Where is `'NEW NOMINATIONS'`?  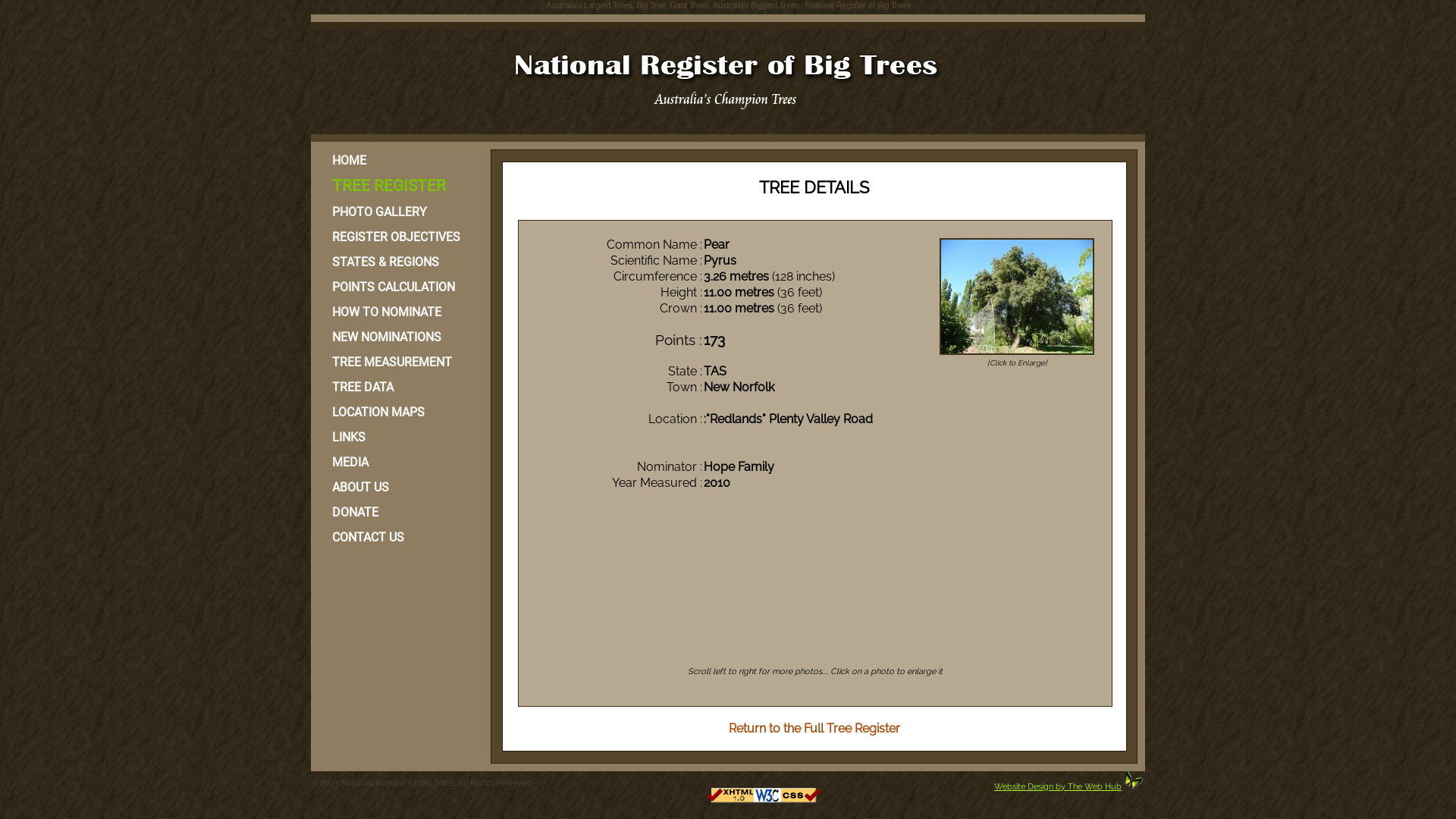
'NEW NOMINATIONS' is located at coordinates (399, 336).